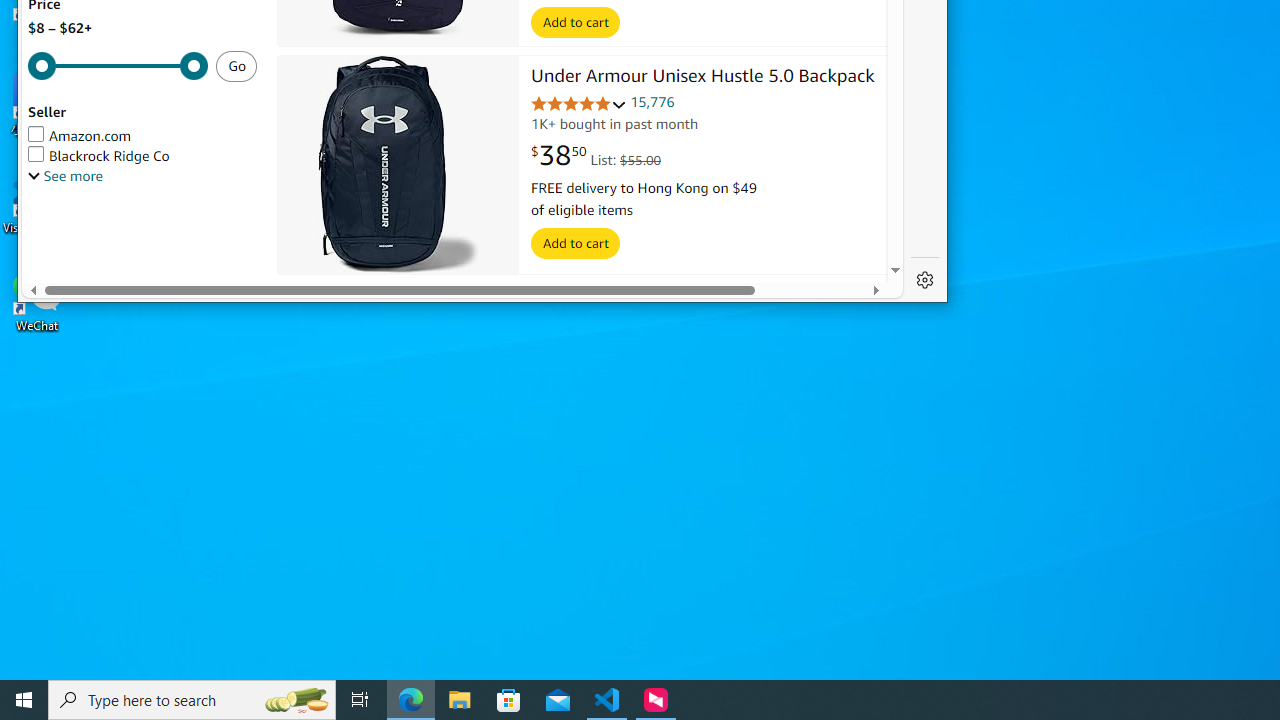  I want to click on 'Add to cart', so click(575, 243).